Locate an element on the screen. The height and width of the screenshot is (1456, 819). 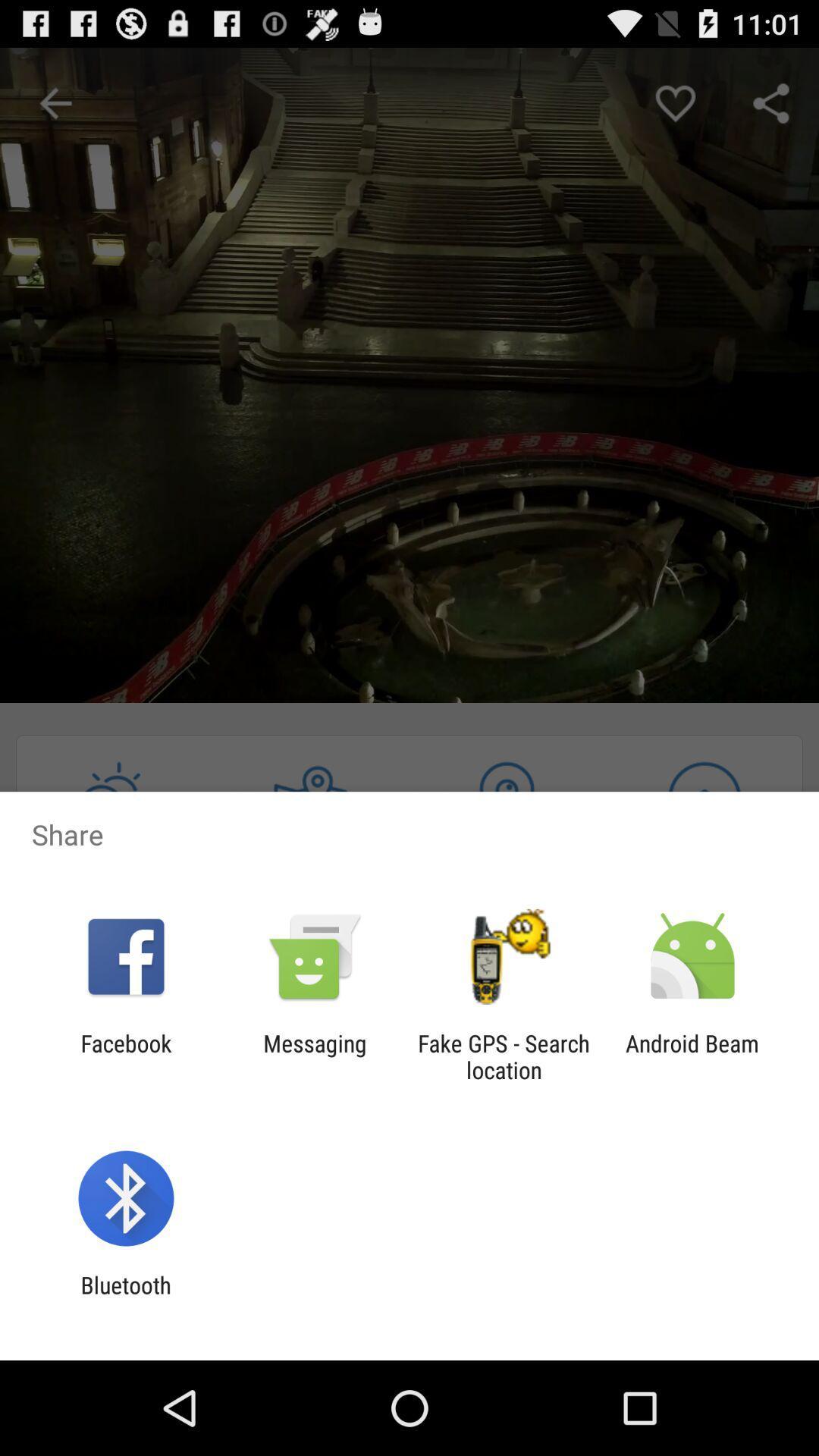
app at the bottom right corner is located at coordinates (692, 1056).